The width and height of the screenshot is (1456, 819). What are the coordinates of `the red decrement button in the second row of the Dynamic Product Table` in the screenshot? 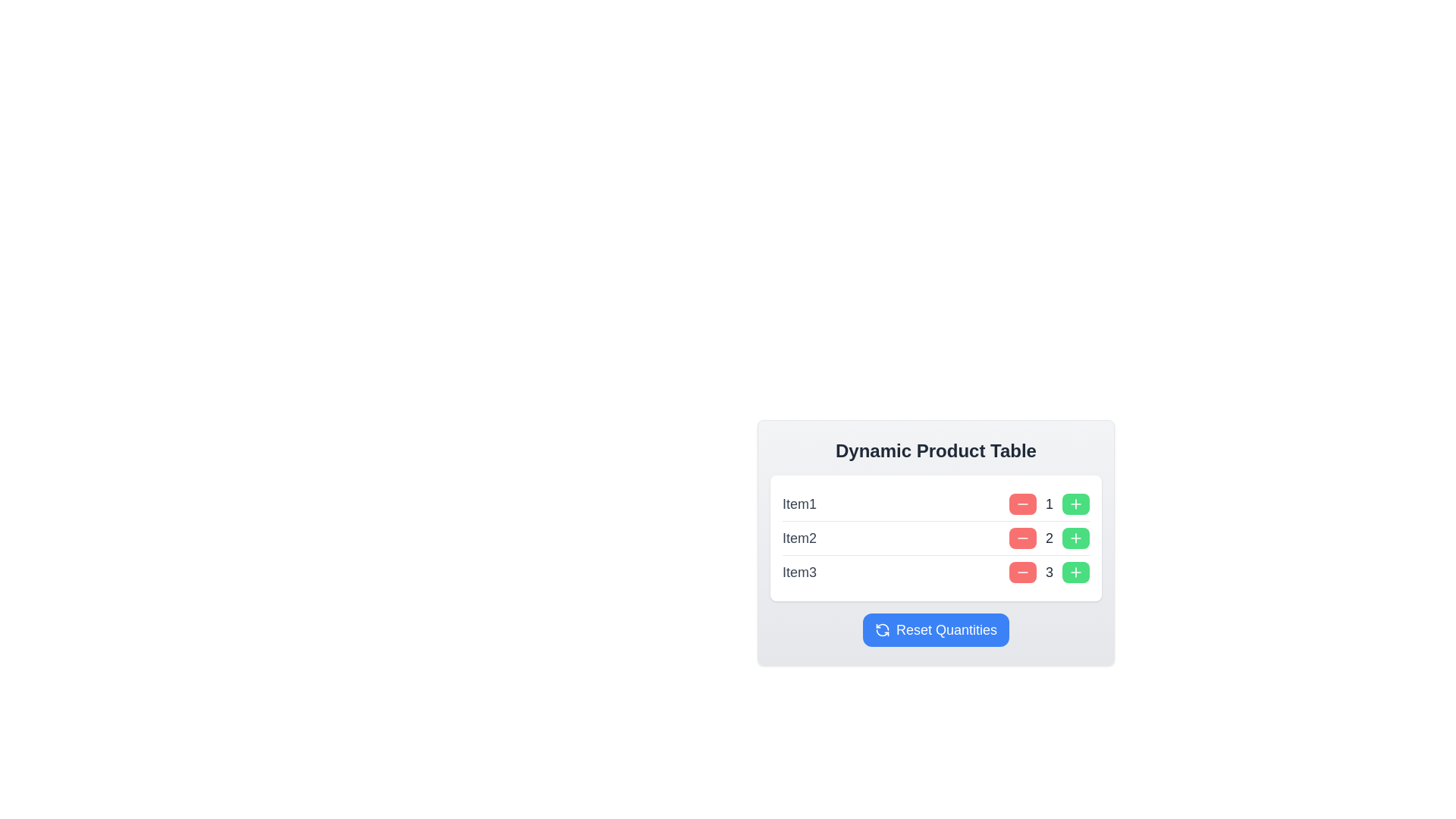 It's located at (1022, 537).